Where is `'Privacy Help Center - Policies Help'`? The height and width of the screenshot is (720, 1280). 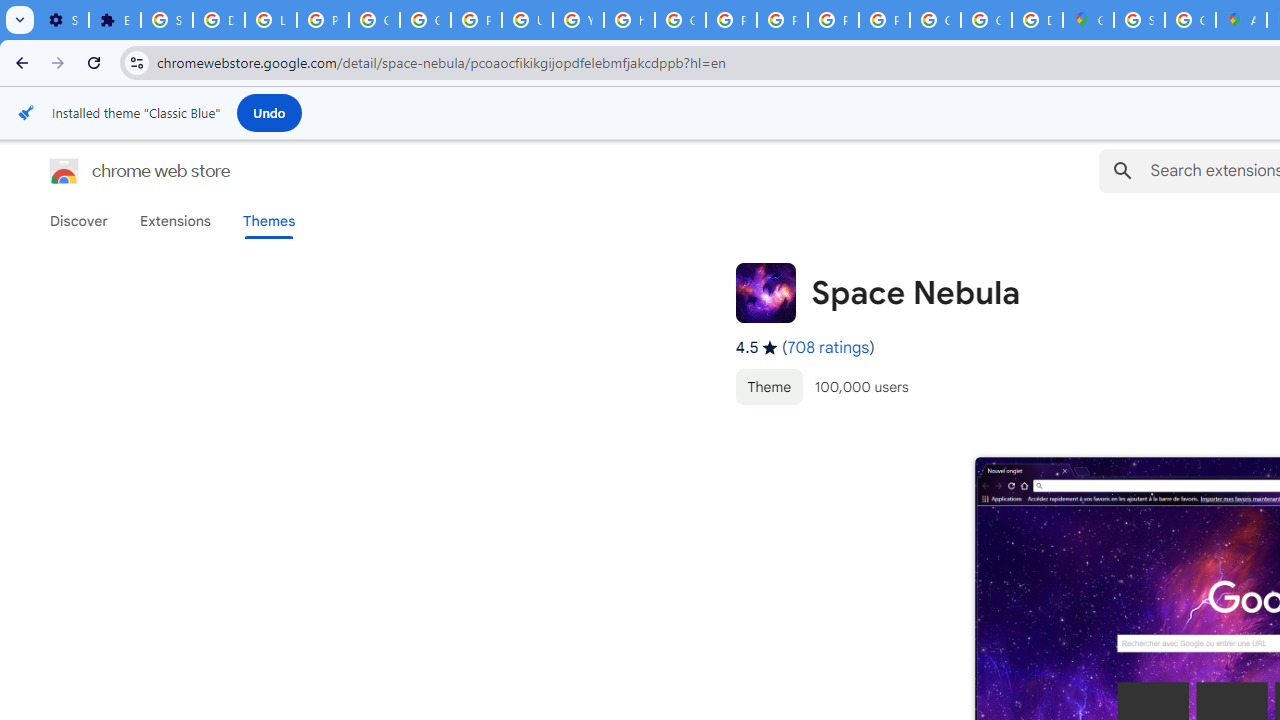
'Privacy Help Center - Policies Help' is located at coordinates (730, 20).